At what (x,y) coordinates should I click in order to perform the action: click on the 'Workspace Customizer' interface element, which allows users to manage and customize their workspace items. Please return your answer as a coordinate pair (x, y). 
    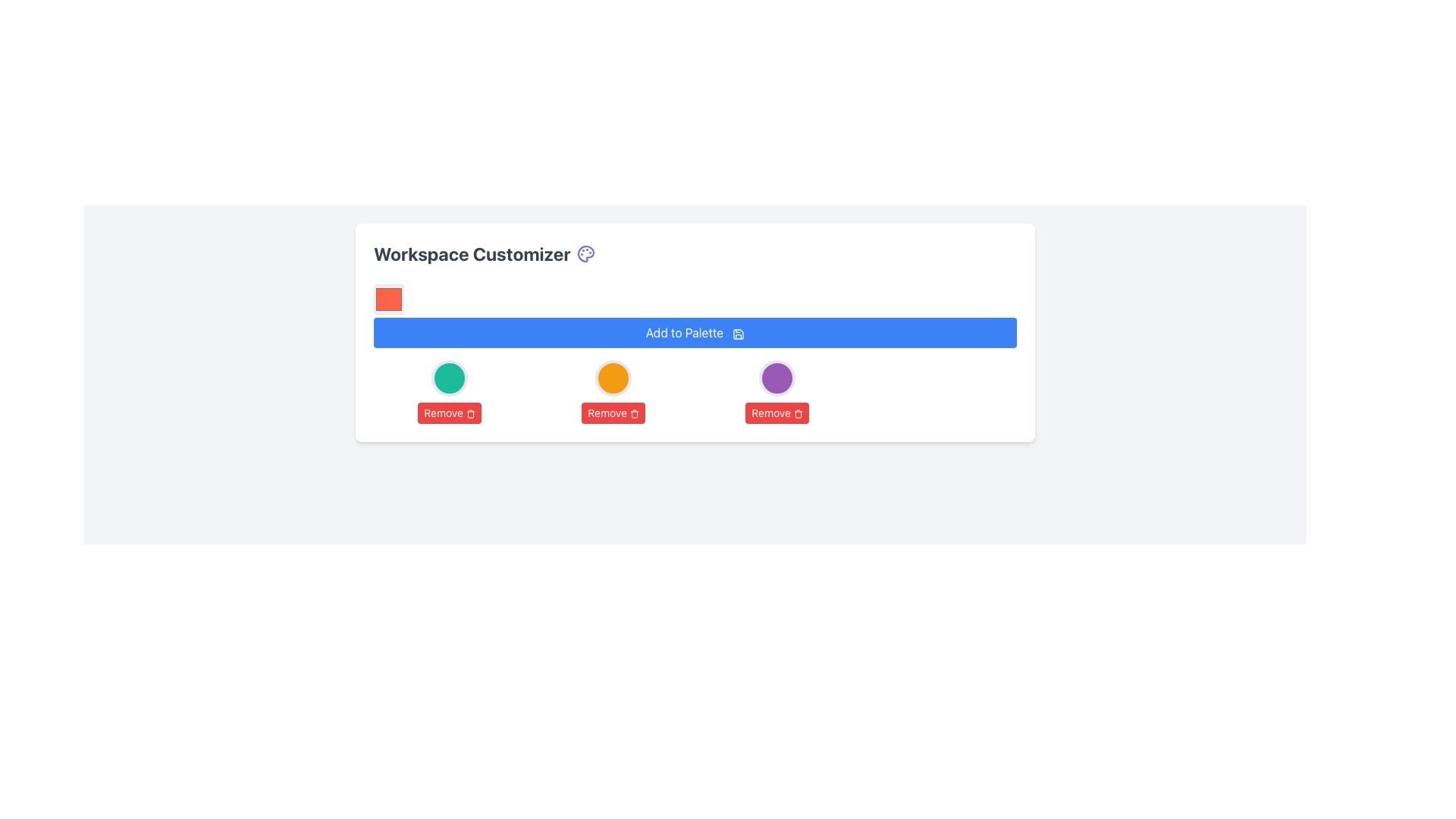
    Looking at the image, I should click on (694, 332).